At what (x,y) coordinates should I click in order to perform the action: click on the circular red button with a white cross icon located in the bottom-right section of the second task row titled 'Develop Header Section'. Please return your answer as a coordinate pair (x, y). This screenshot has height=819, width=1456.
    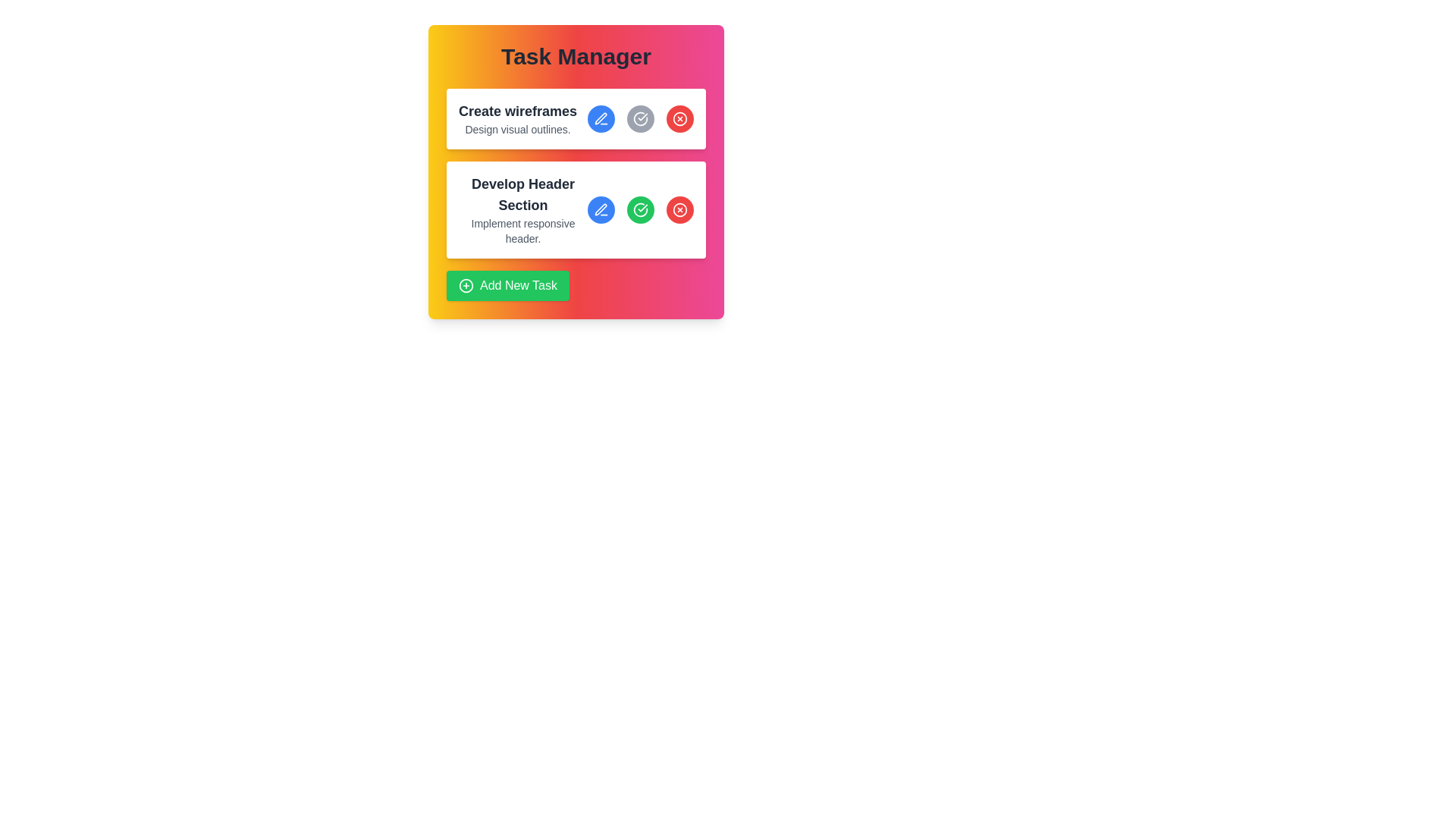
    Looking at the image, I should click on (679, 210).